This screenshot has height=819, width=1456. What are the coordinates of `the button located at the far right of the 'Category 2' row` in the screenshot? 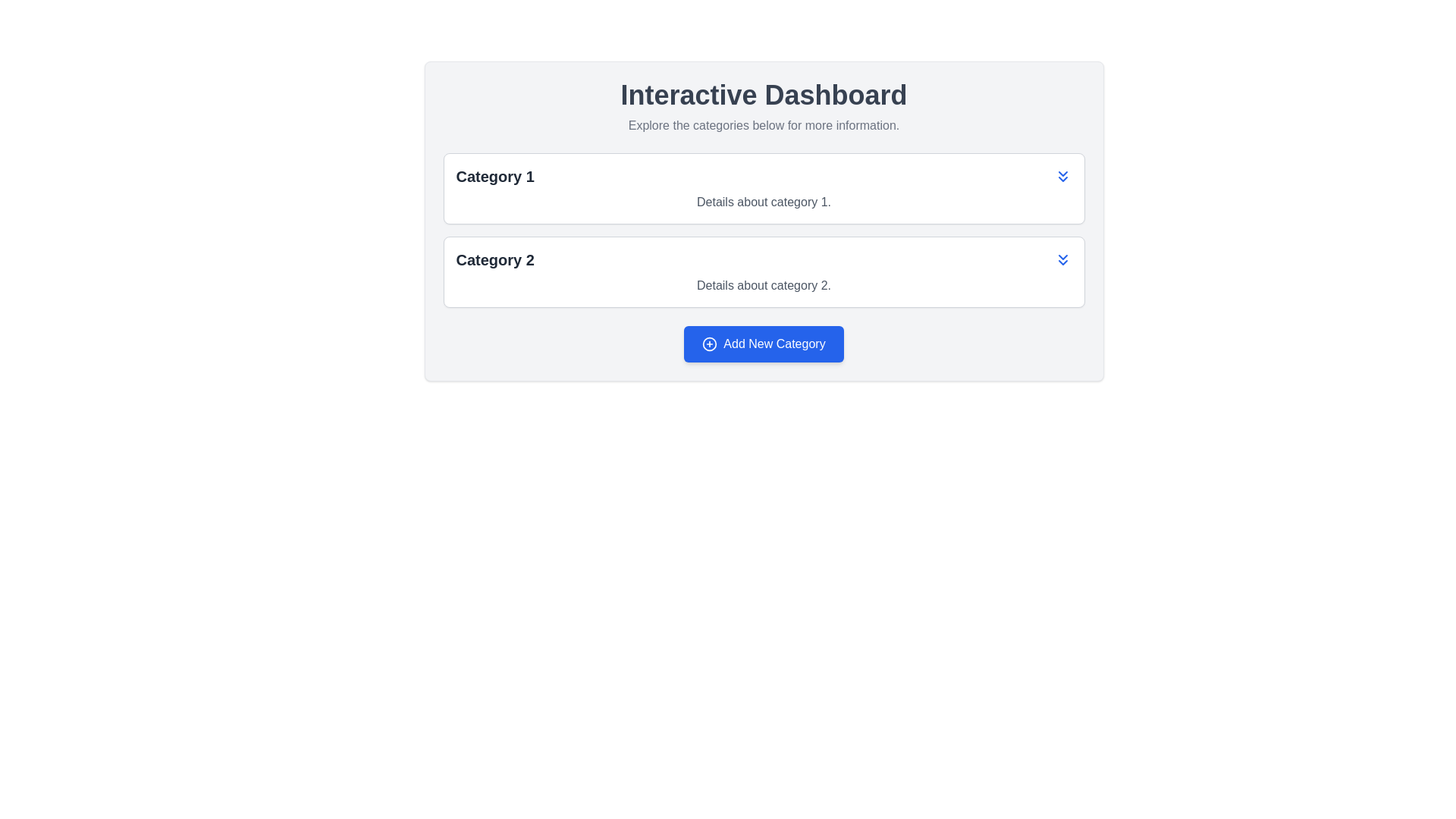 It's located at (1062, 259).